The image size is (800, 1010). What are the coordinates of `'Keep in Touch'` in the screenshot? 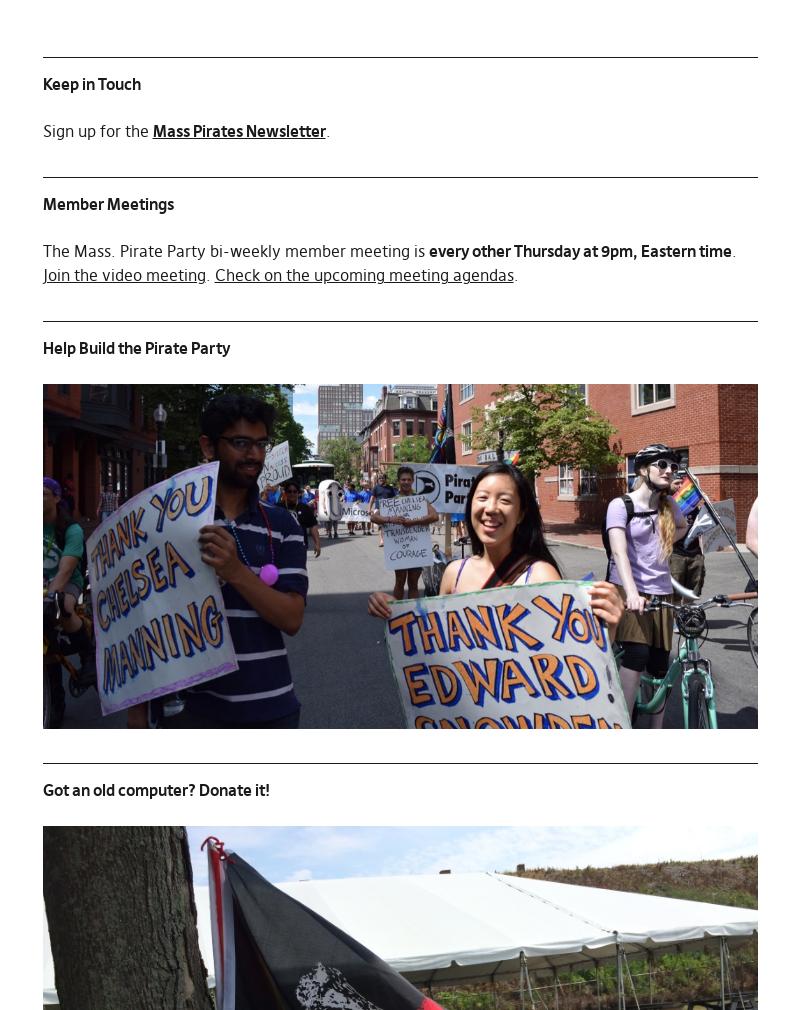 It's located at (90, 82).